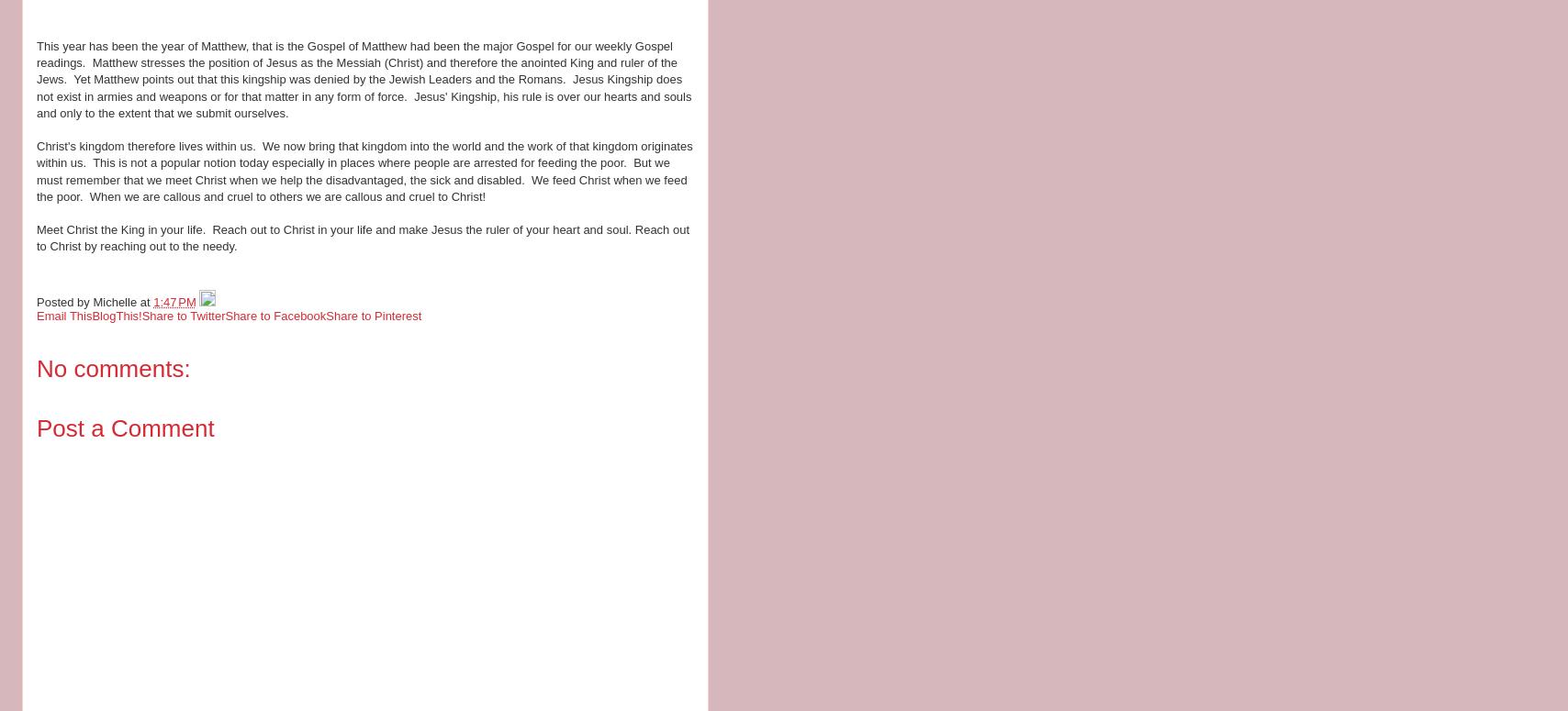 The image size is (1568, 711). Describe the element at coordinates (91, 315) in the screenshot. I see `'BlogThis!'` at that location.